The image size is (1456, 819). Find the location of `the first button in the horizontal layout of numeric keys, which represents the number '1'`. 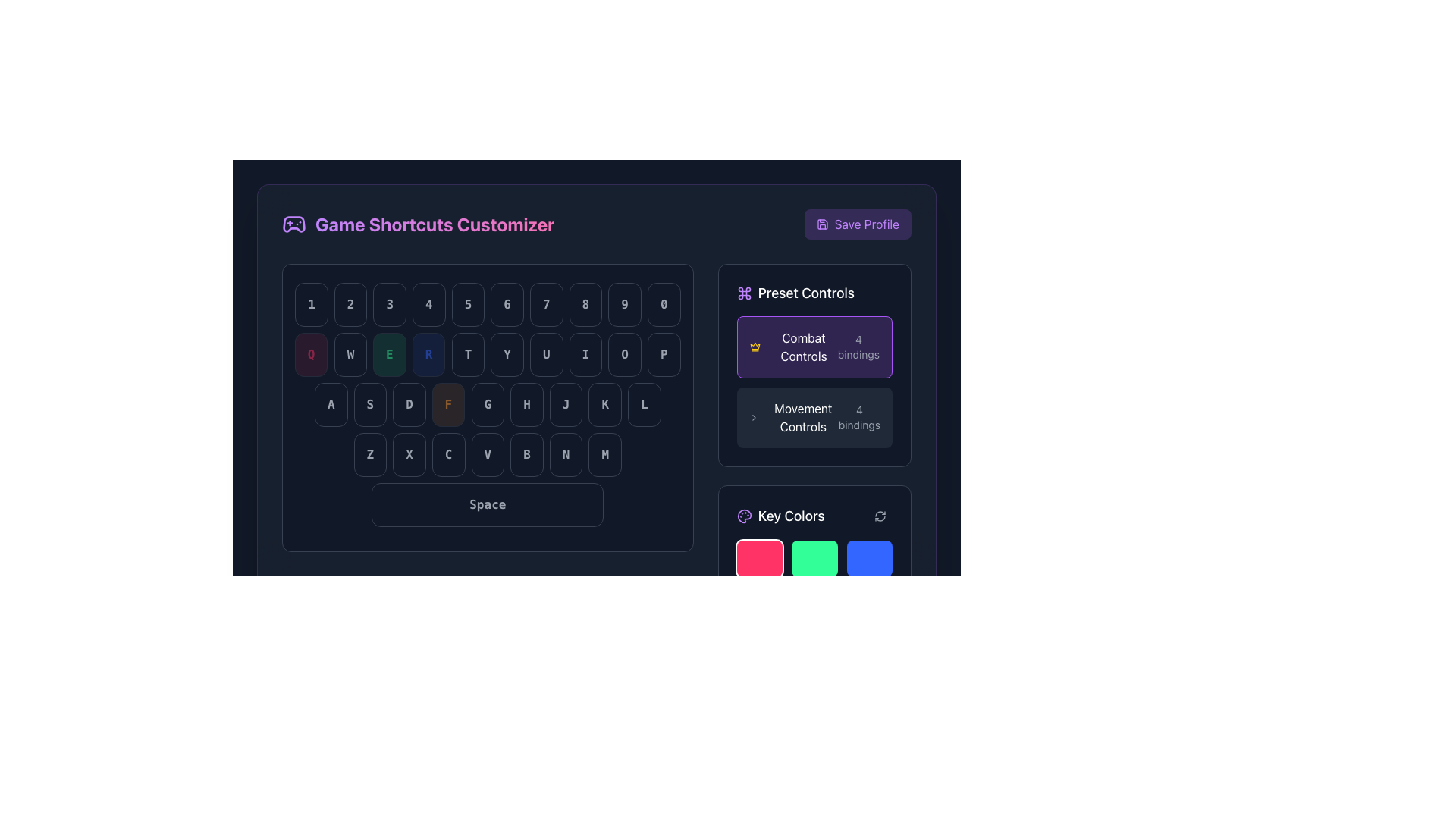

the first button in the horizontal layout of numeric keys, which represents the number '1' is located at coordinates (310, 304).